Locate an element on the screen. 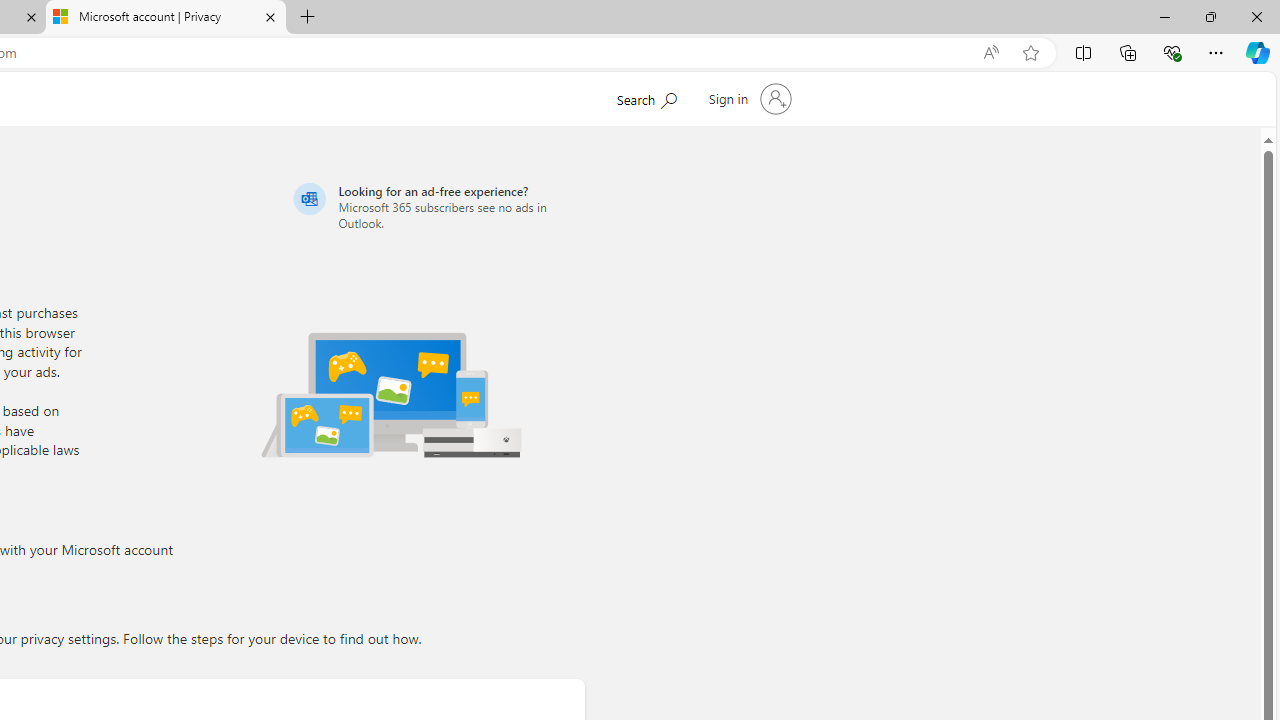  'Read aloud this page (Ctrl+Shift+U)' is located at coordinates (991, 52).